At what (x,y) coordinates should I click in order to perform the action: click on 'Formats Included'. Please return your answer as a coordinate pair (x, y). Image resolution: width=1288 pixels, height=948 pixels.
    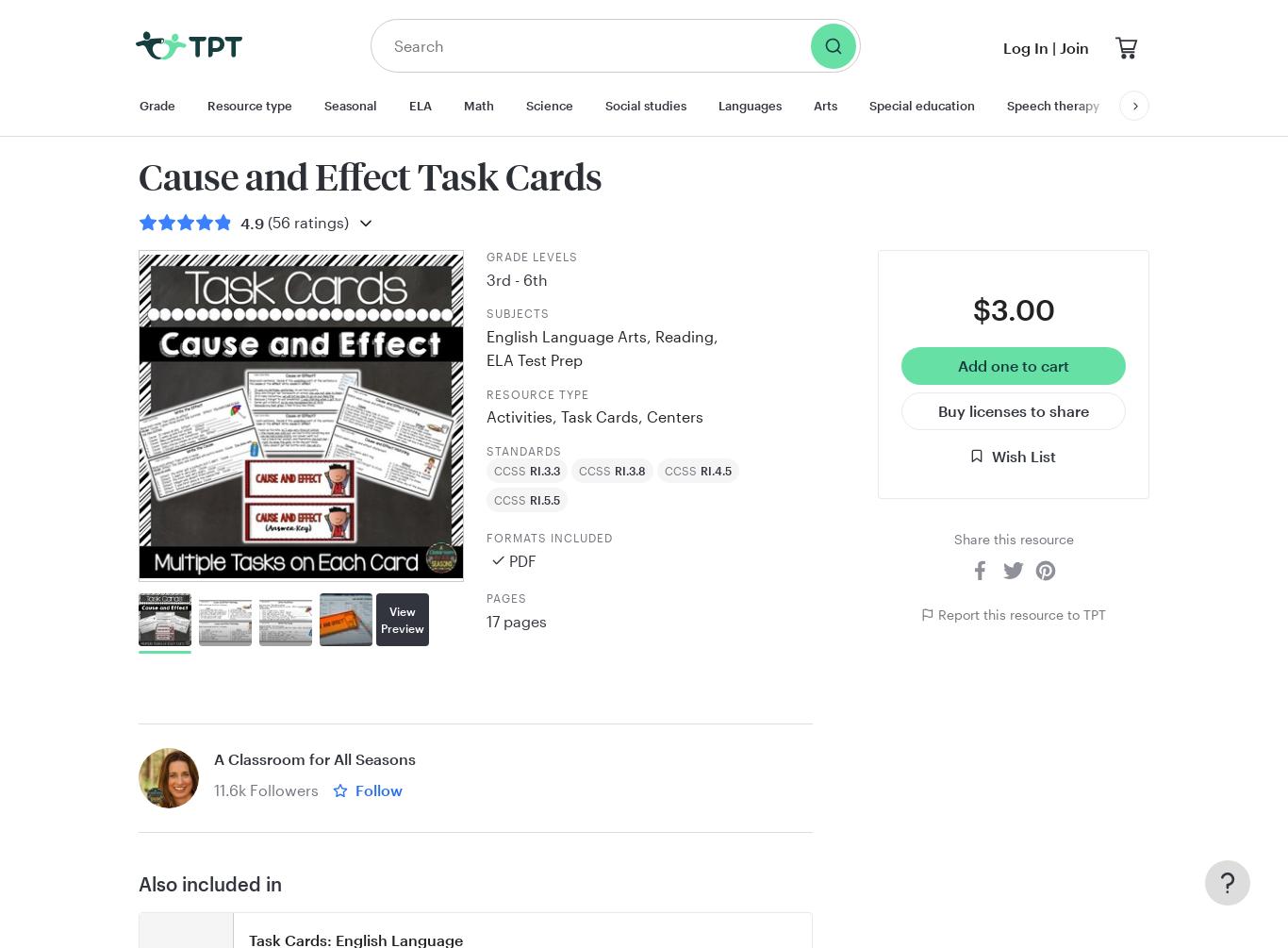
    Looking at the image, I should click on (548, 537).